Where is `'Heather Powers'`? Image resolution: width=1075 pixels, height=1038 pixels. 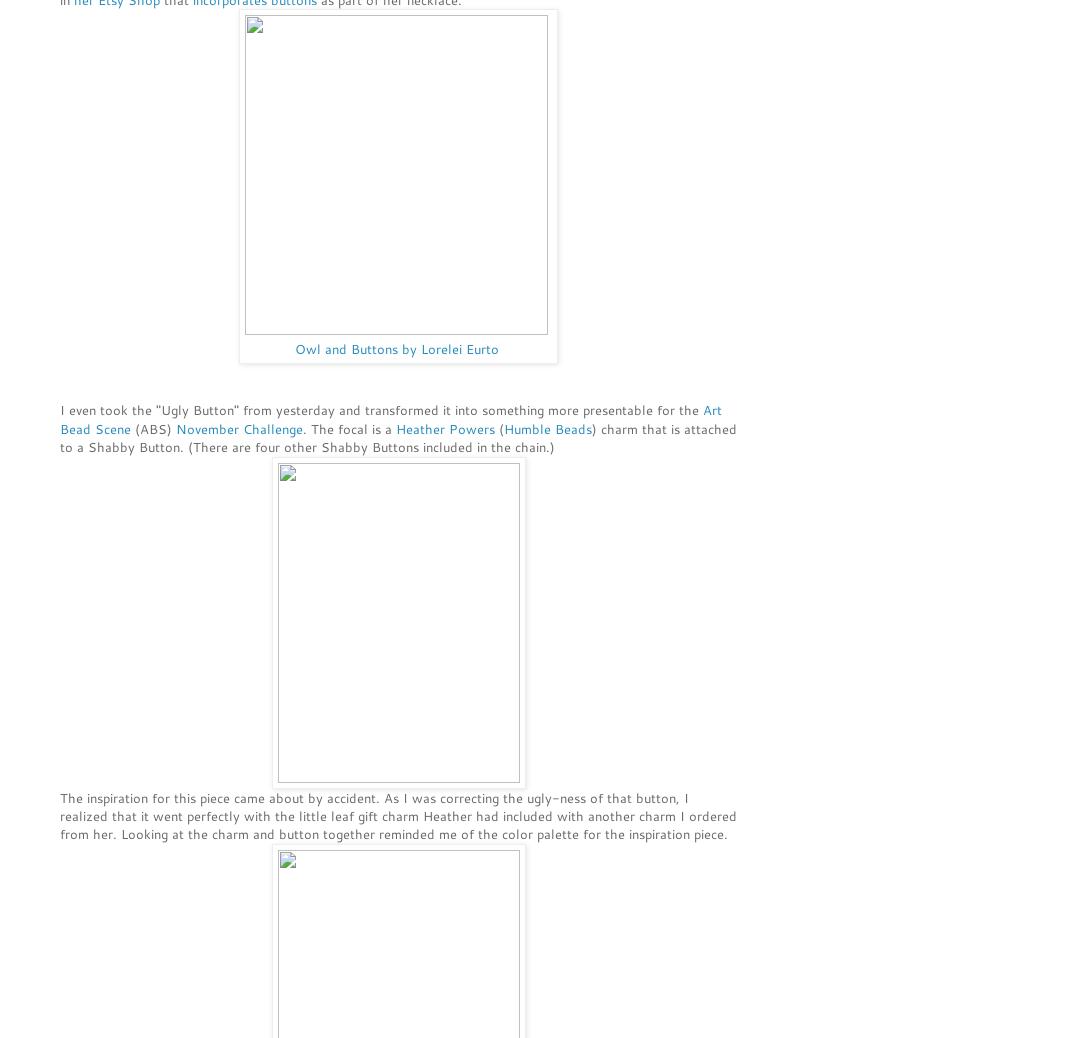
'Heather Powers' is located at coordinates (445, 427).